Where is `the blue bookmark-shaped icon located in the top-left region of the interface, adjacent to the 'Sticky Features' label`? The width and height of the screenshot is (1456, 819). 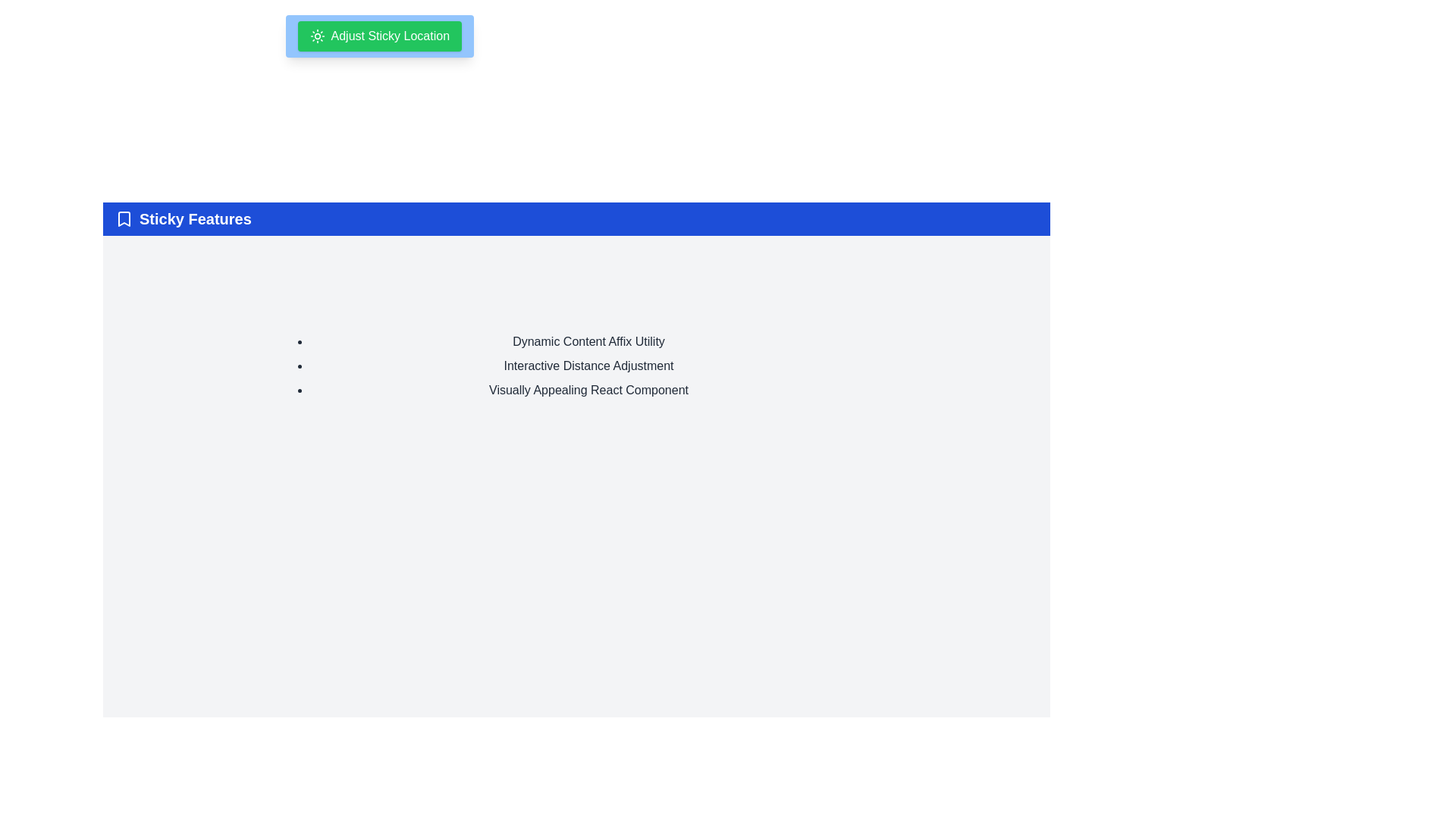 the blue bookmark-shaped icon located in the top-left region of the interface, adjacent to the 'Sticky Features' label is located at coordinates (124, 219).